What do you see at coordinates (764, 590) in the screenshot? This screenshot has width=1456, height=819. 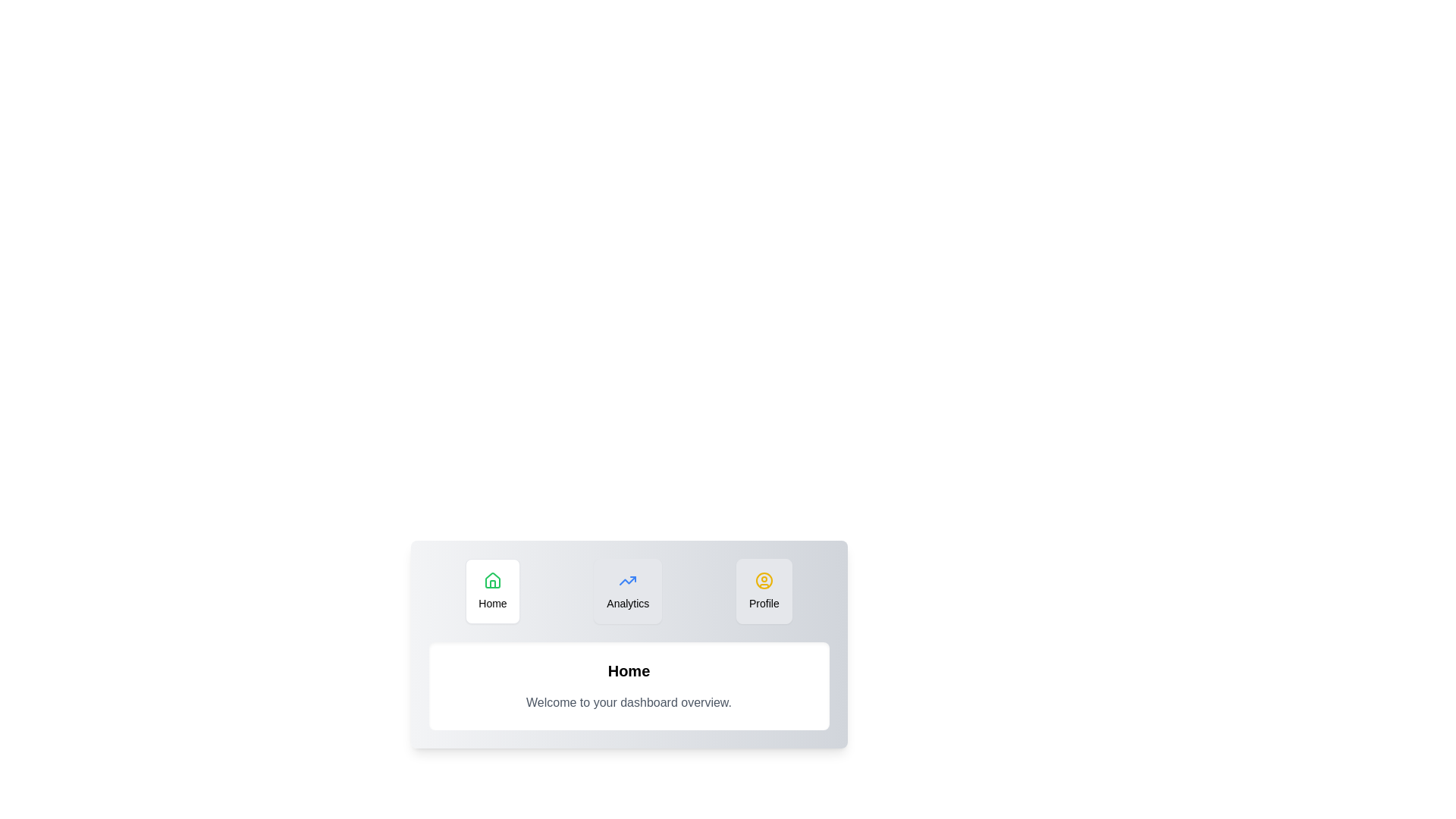 I see `the Profile tab by clicking on its button` at bounding box center [764, 590].